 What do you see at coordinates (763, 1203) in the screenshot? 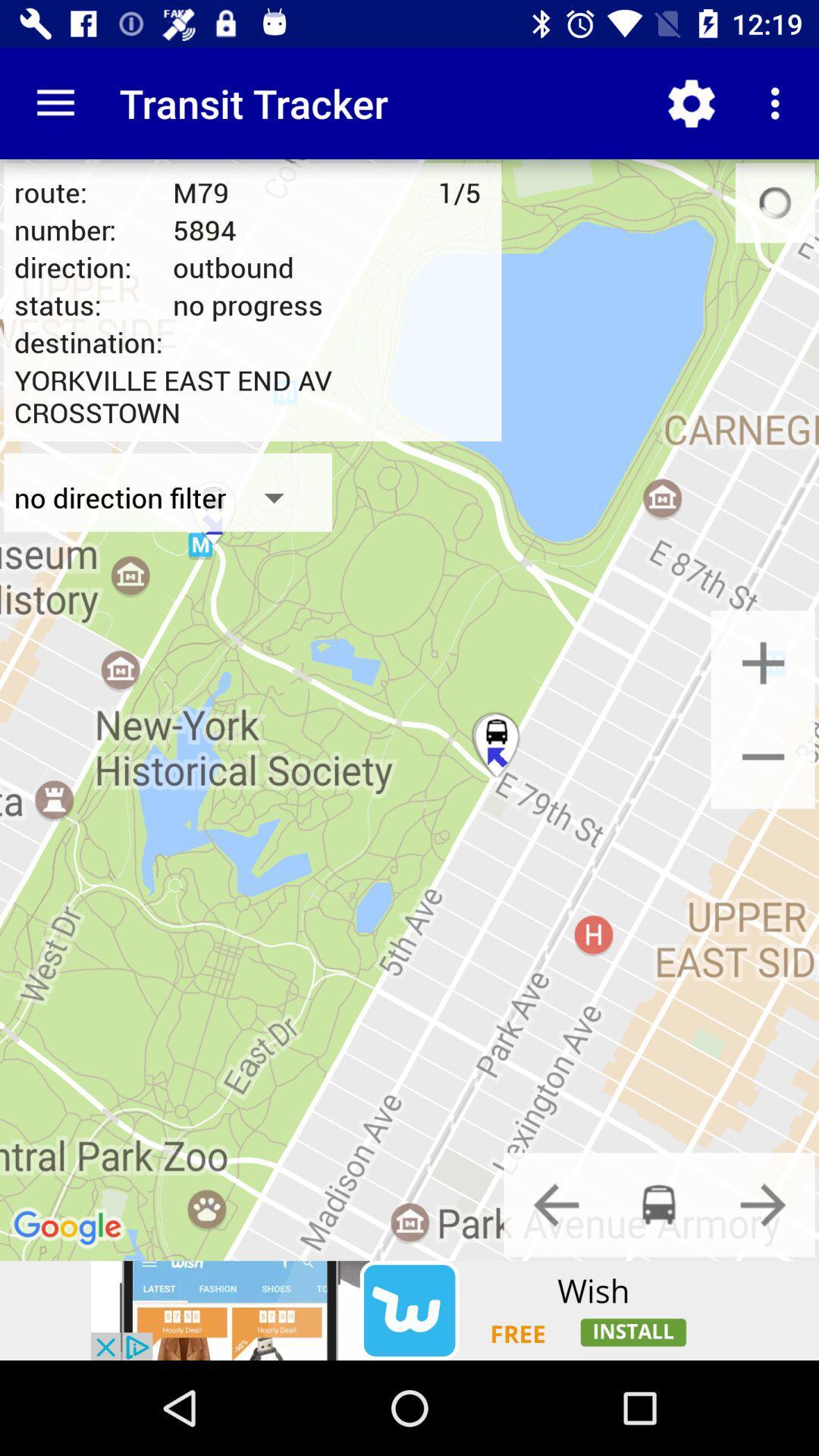
I see `the arrow mark which is showing to the right` at bounding box center [763, 1203].